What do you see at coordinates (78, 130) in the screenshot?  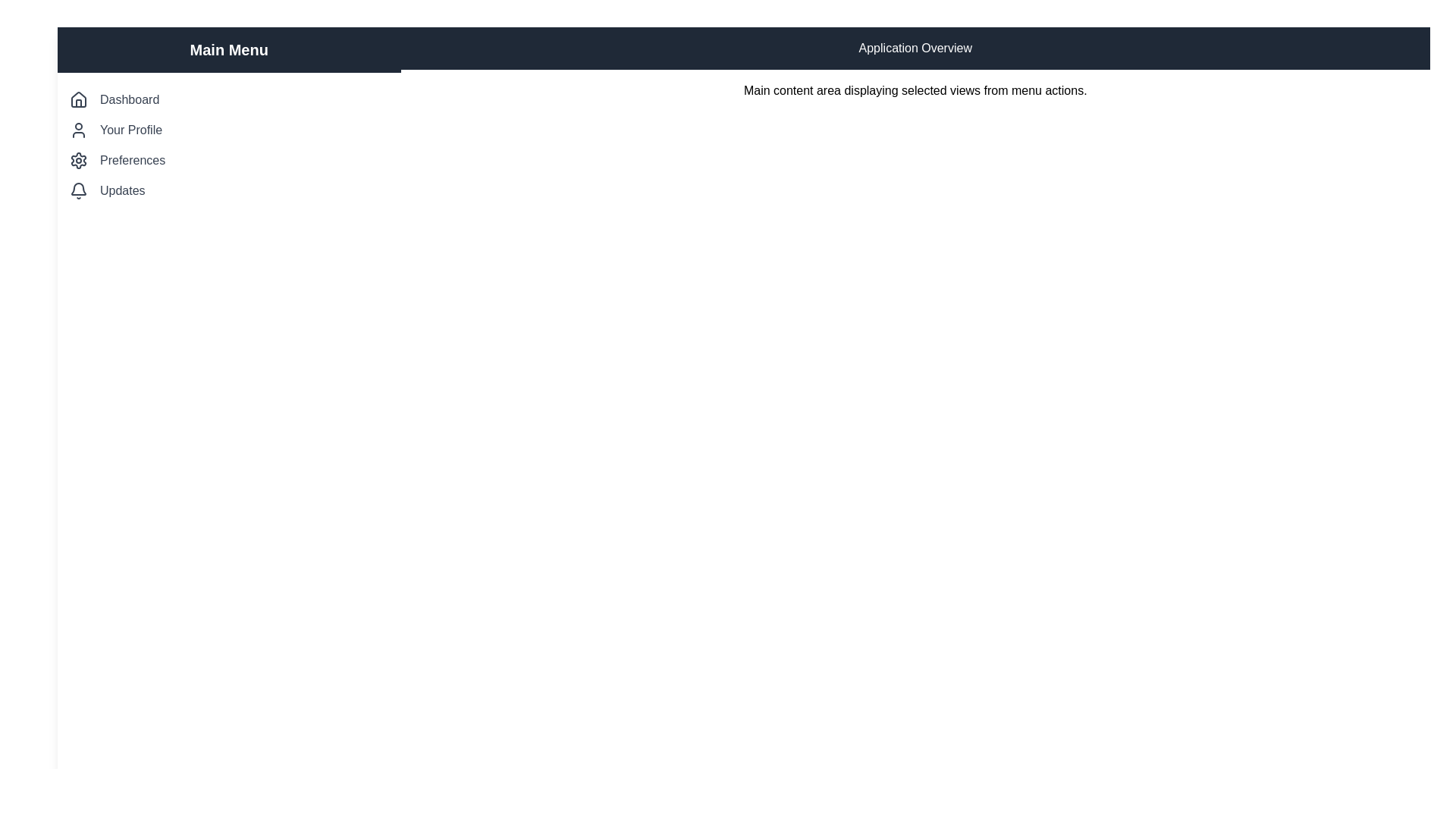 I see `the 'Your Profile' icon located in the sidebar menu, which is positioned to the left of the accompanying text 'Your Profile'` at bounding box center [78, 130].